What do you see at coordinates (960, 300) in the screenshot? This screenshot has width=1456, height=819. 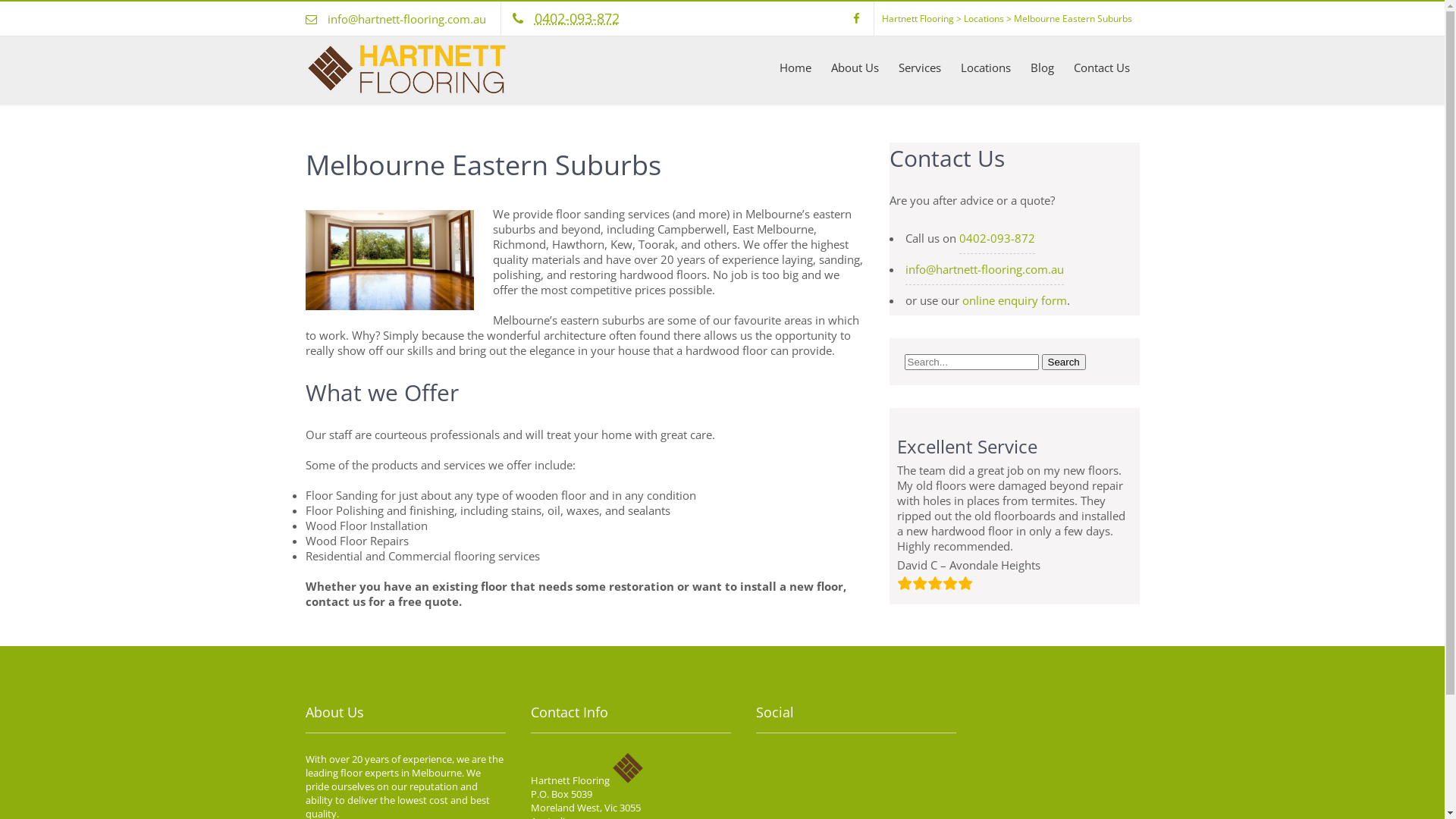 I see `'online enquiry form'` at bounding box center [960, 300].